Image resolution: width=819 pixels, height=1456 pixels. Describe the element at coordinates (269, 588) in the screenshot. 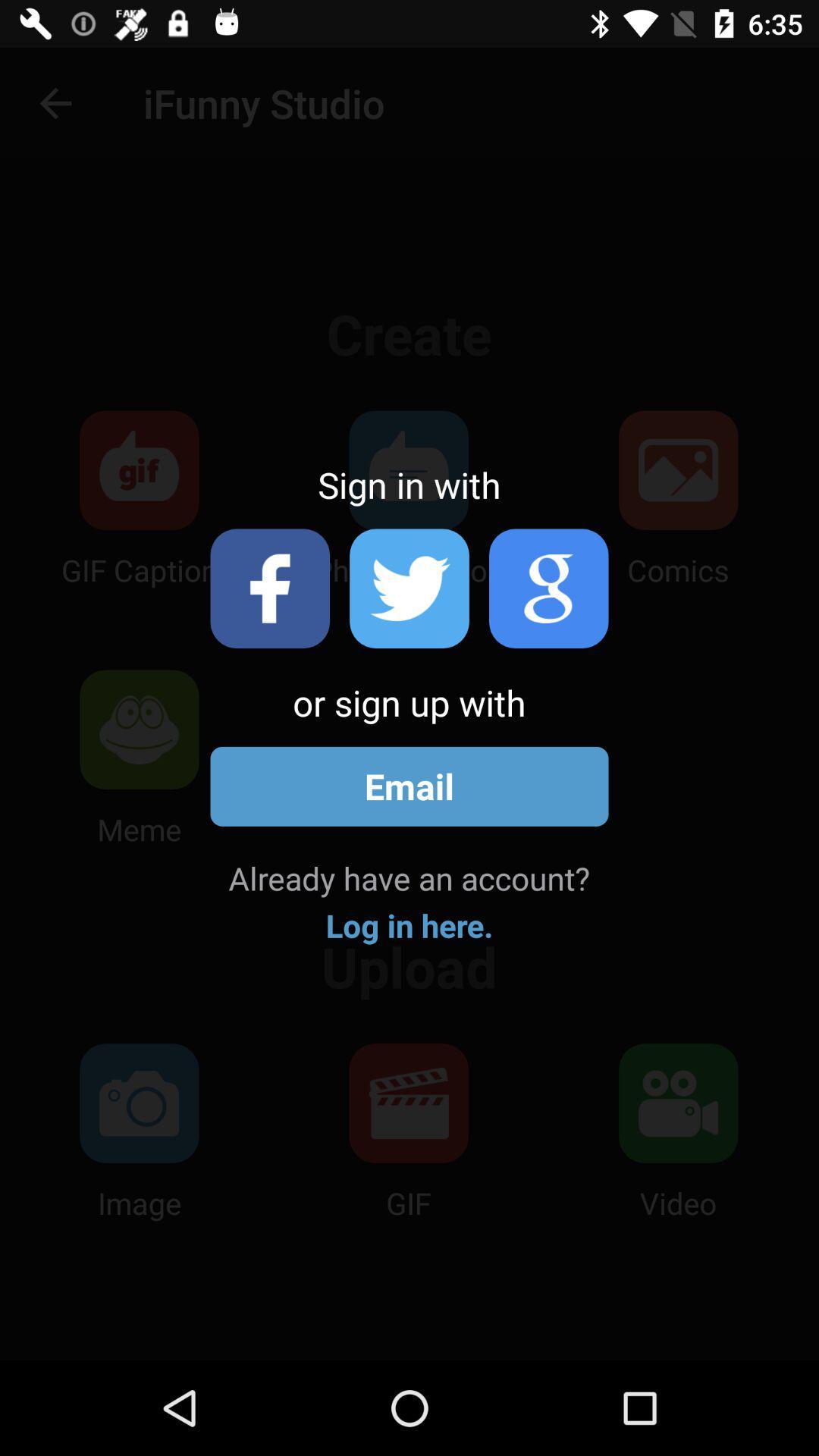

I see `facebook sign-in` at that location.